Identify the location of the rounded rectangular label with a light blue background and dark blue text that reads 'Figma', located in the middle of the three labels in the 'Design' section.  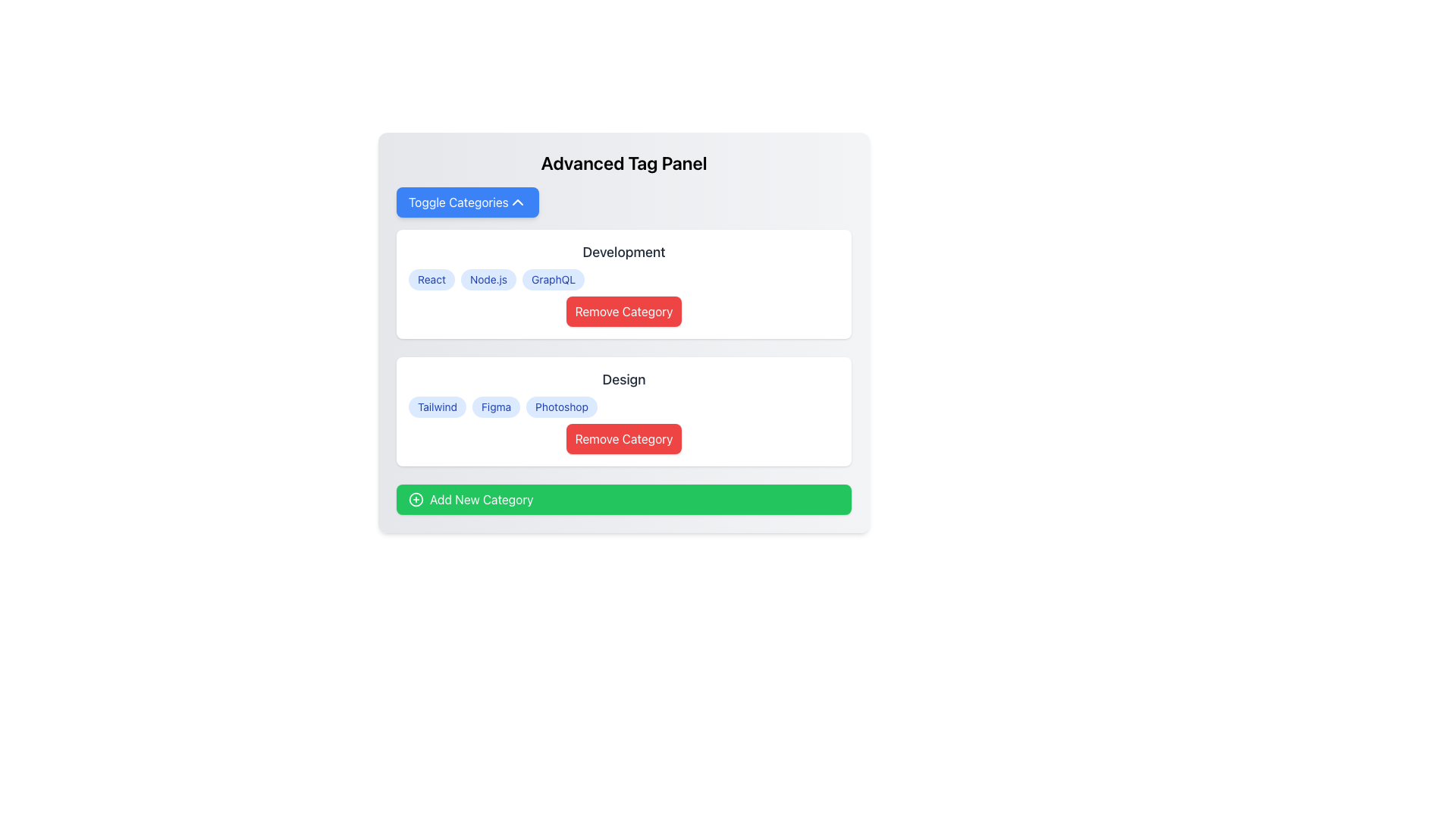
(496, 406).